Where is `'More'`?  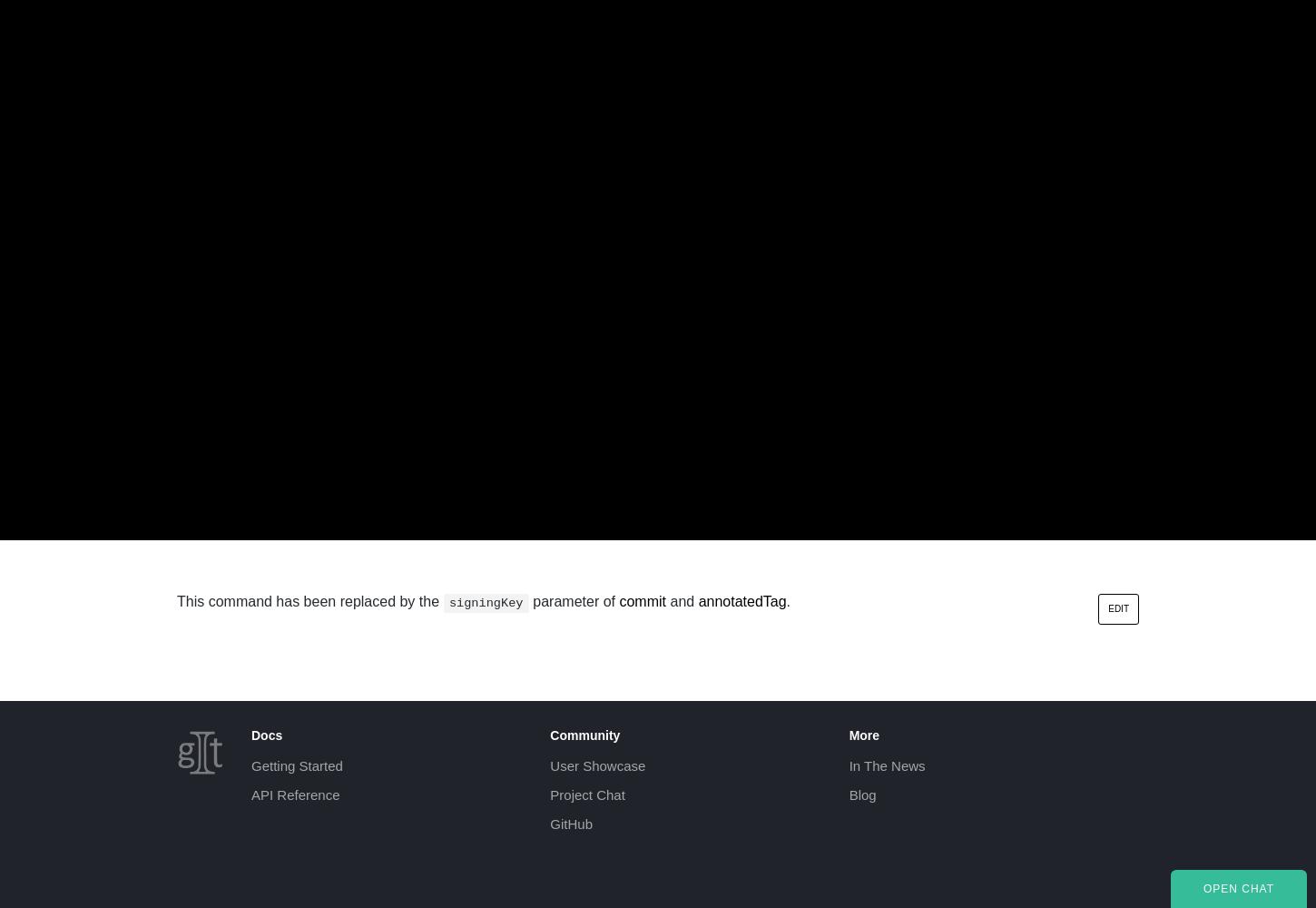
'More' is located at coordinates (863, 735).